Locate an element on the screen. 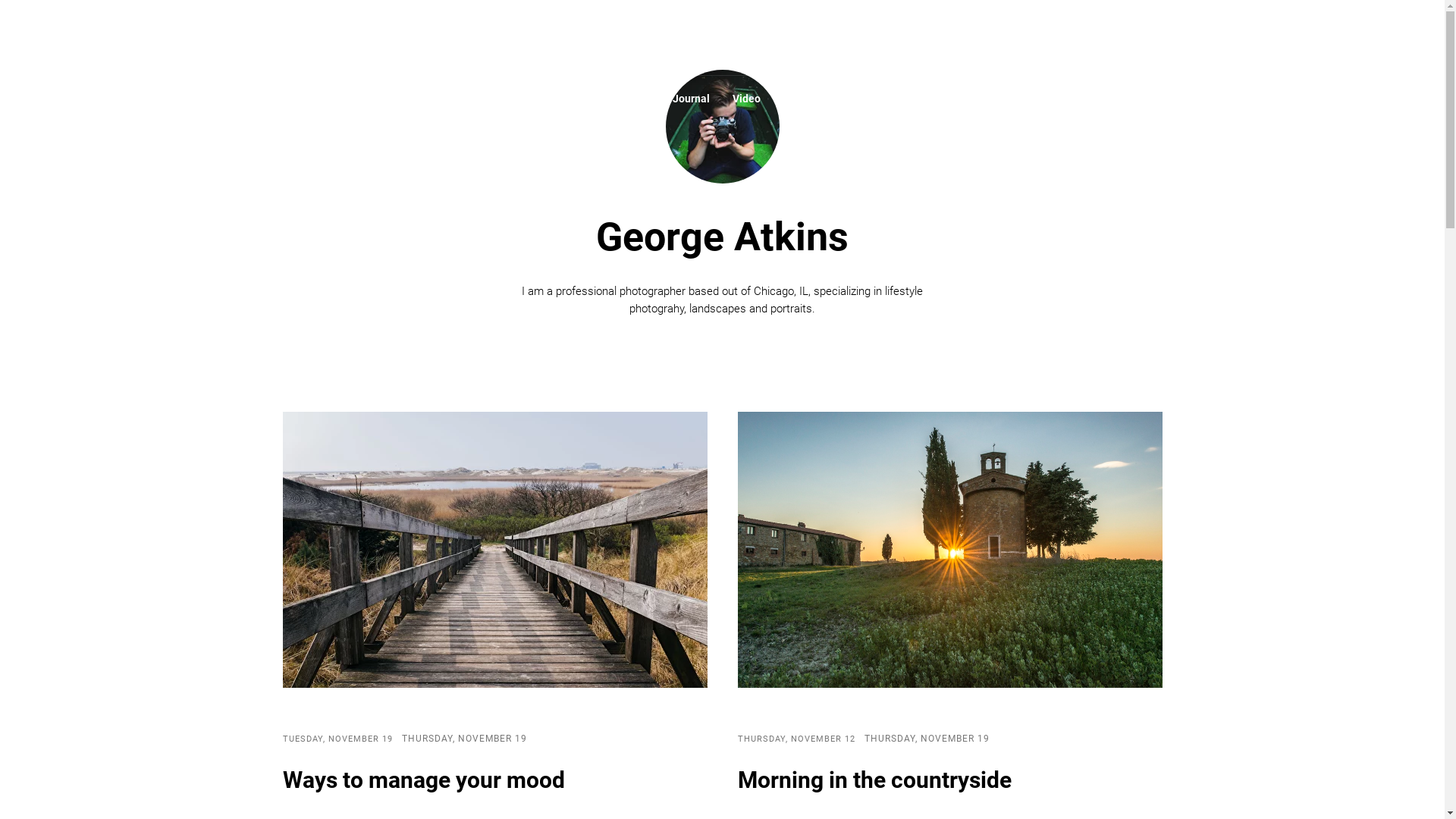 Image resolution: width=1456 pixels, height=819 pixels. 'Journal' is located at coordinates (689, 99).